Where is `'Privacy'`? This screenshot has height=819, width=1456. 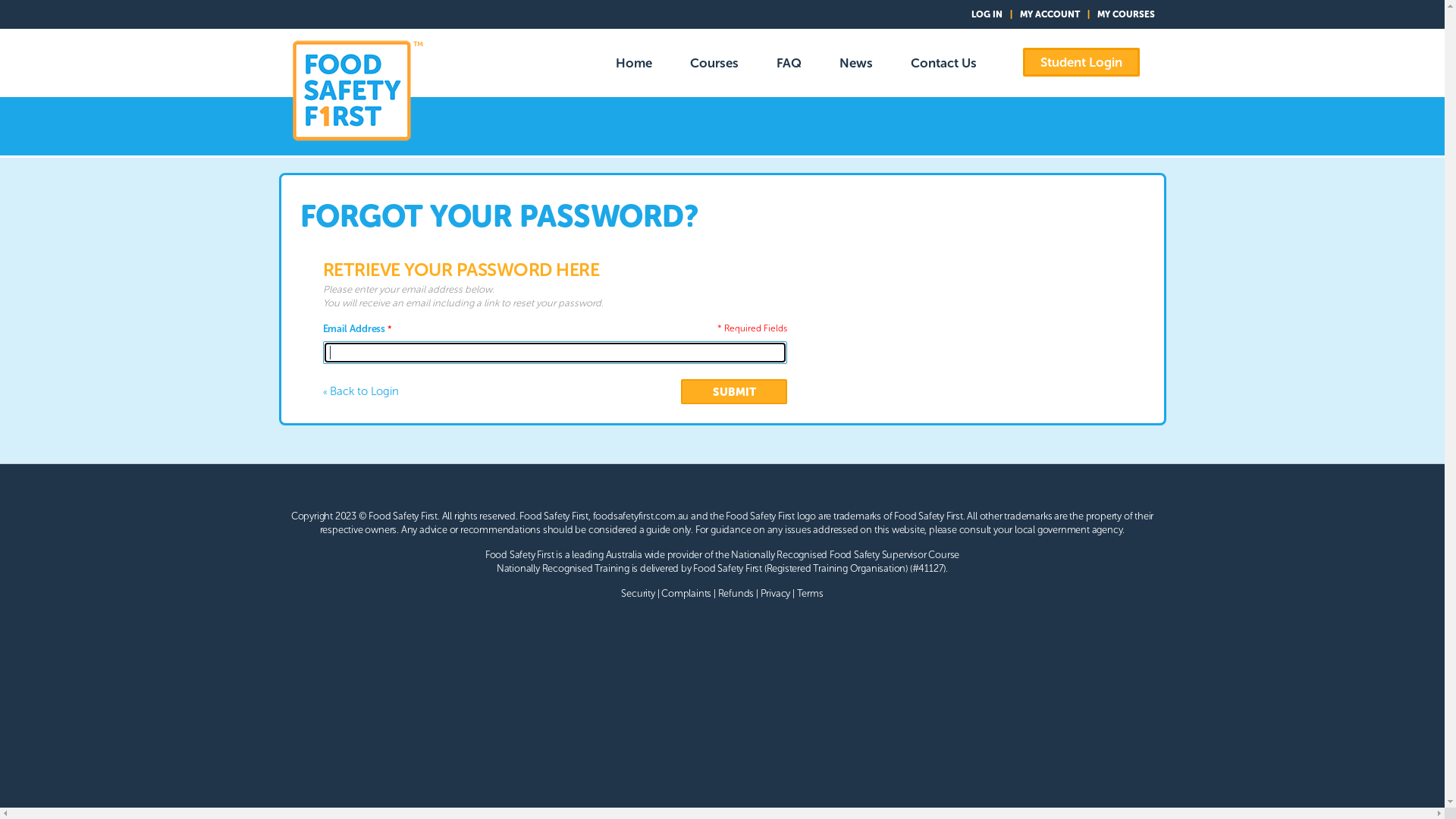
'Privacy' is located at coordinates (775, 592).